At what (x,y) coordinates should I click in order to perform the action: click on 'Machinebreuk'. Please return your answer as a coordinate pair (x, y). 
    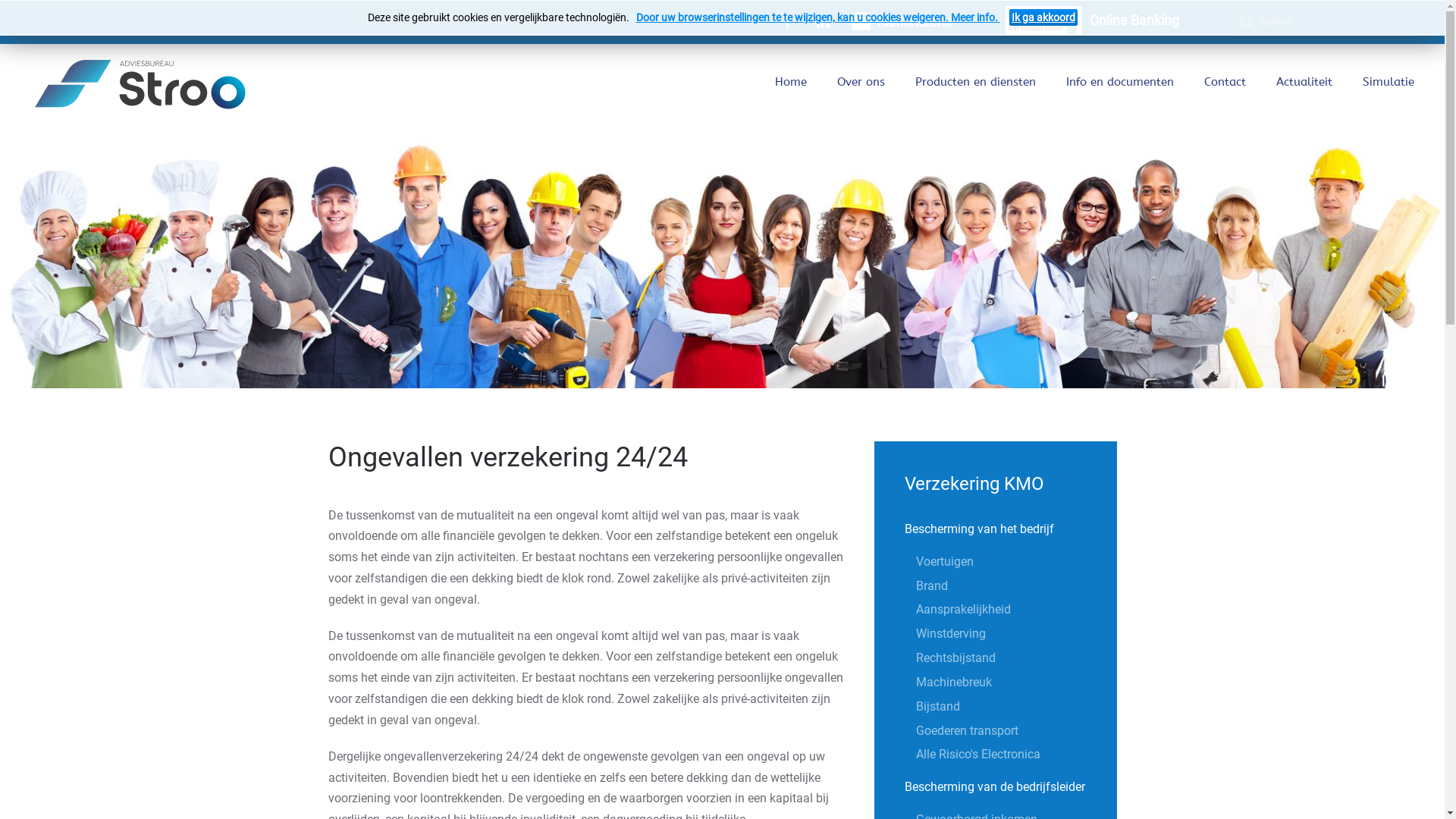
    Looking at the image, I should click on (915, 681).